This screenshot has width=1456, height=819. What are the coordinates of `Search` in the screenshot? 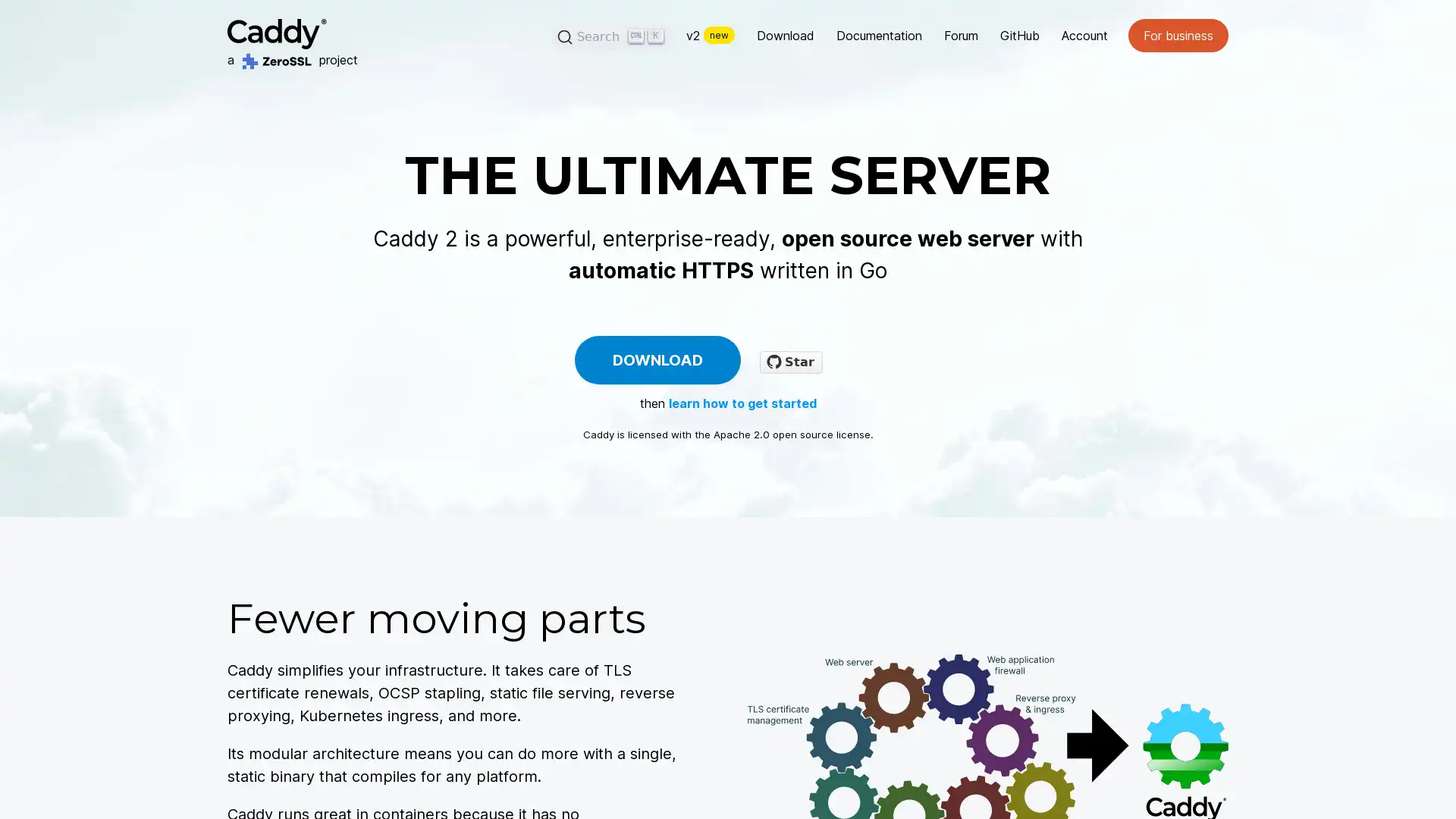 It's located at (612, 35).